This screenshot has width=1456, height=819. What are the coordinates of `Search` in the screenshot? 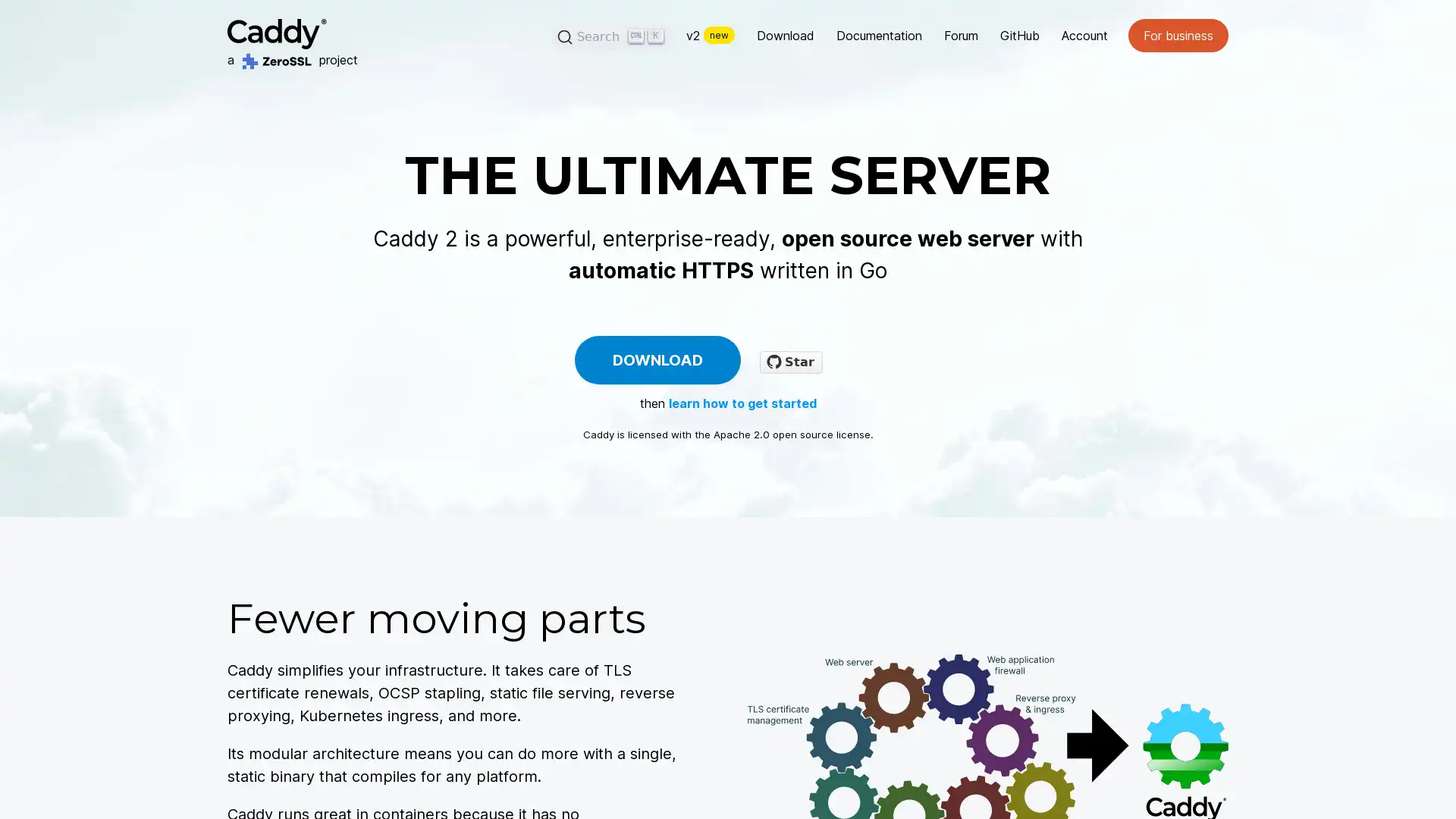 It's located at (612, 35).